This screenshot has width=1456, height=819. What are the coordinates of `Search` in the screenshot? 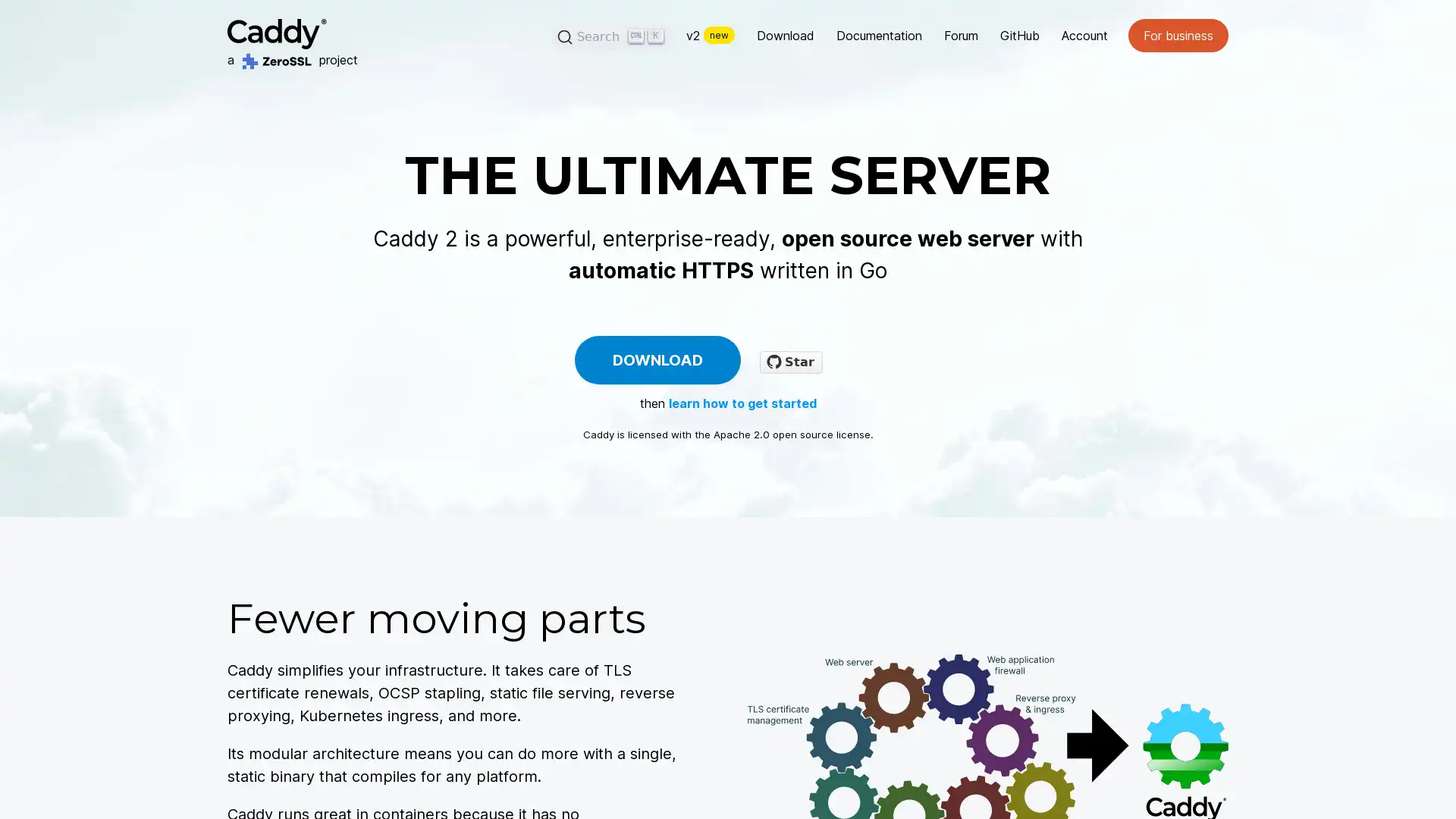 It's located at (612, 35).